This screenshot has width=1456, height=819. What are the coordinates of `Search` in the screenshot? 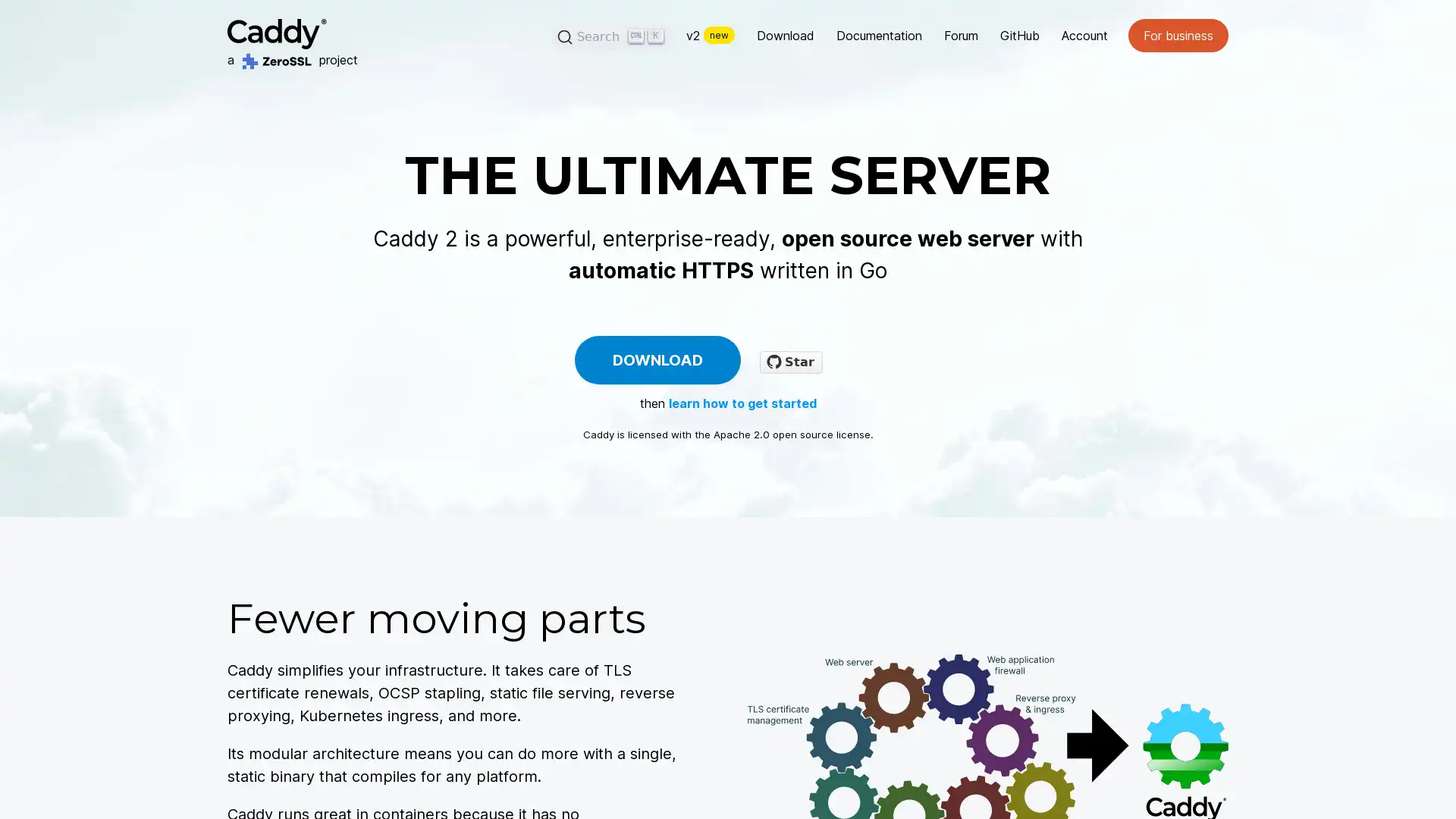 It's located at (612, 35).